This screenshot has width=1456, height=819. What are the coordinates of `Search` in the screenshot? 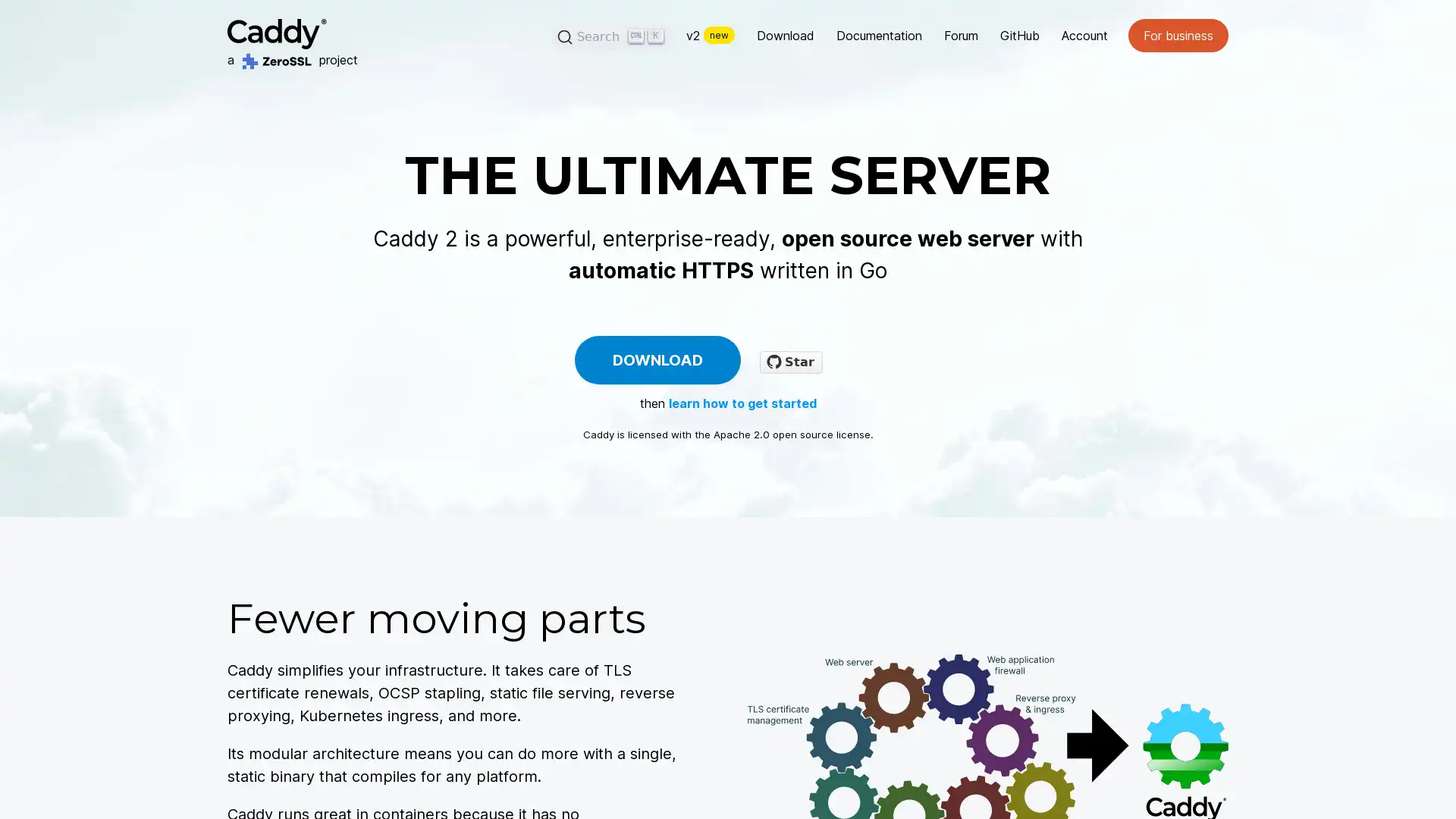 It's located at (612, 35).